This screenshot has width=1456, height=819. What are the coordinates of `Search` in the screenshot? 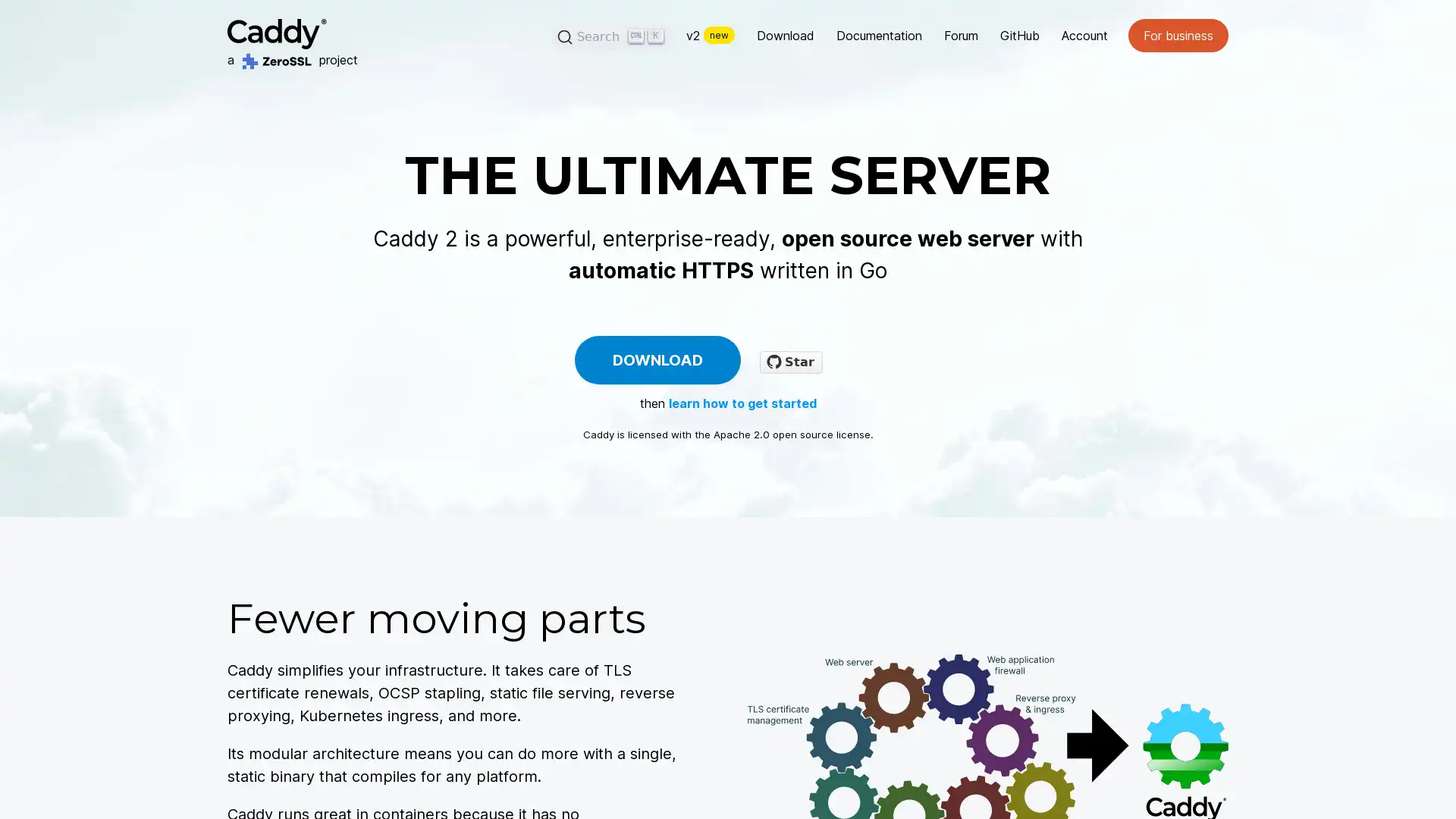 It's located at (612, 35).